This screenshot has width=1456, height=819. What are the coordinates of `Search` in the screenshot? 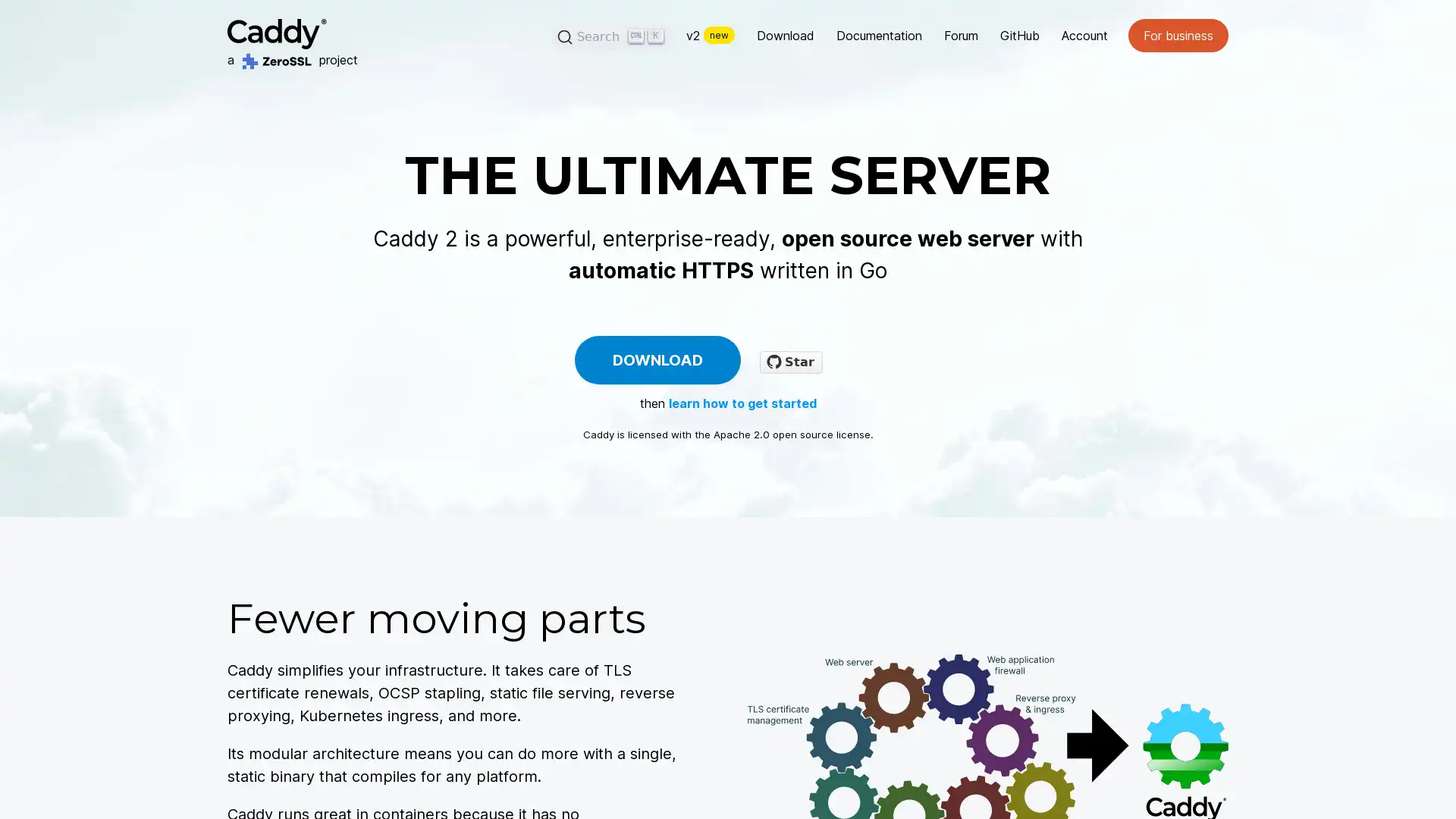 It's located at (612, 35).